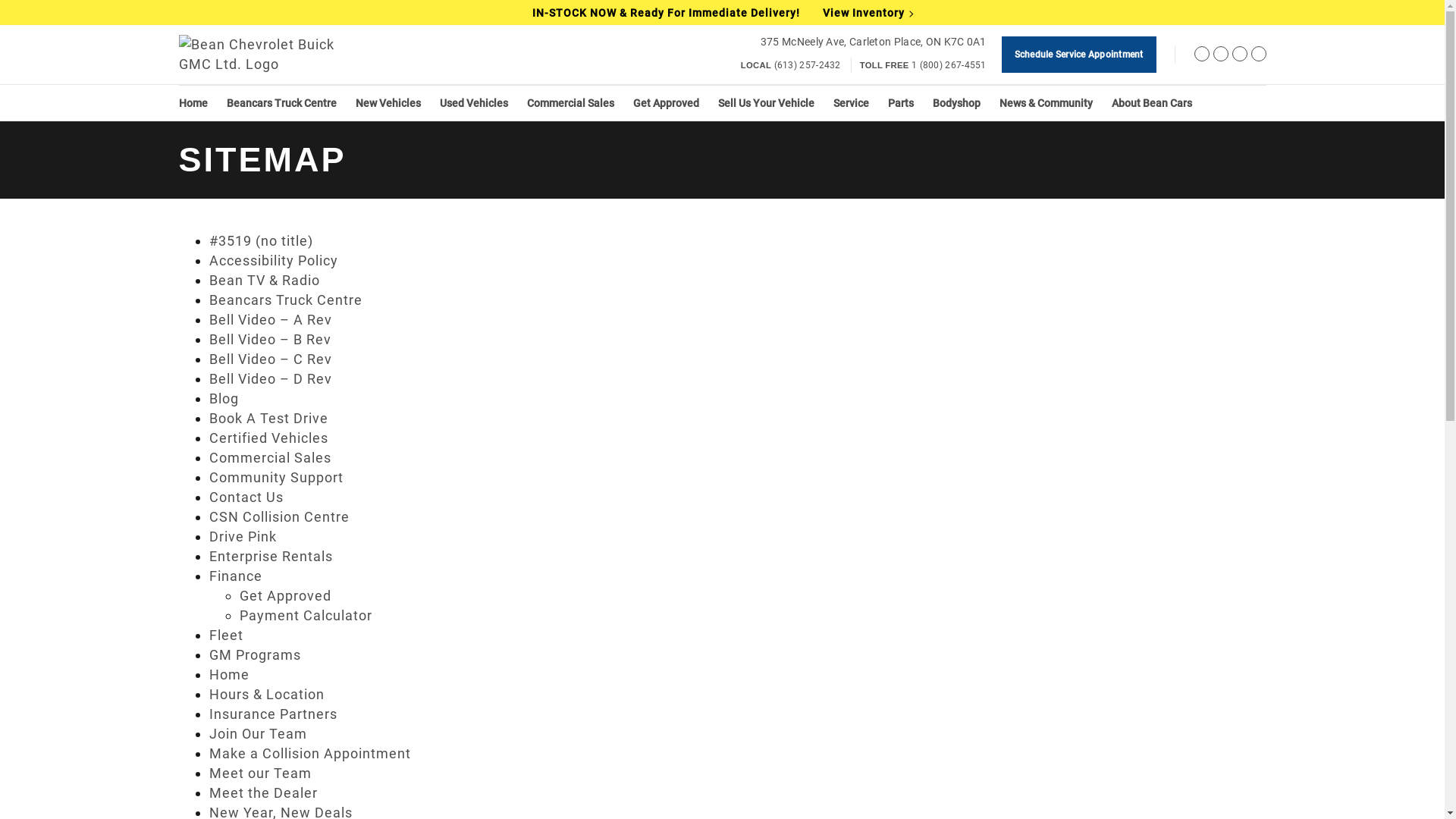 The height and width of the screenshot is (819, 1456). I want to click on 'Make a Collision Appointment', so click(309, 753).